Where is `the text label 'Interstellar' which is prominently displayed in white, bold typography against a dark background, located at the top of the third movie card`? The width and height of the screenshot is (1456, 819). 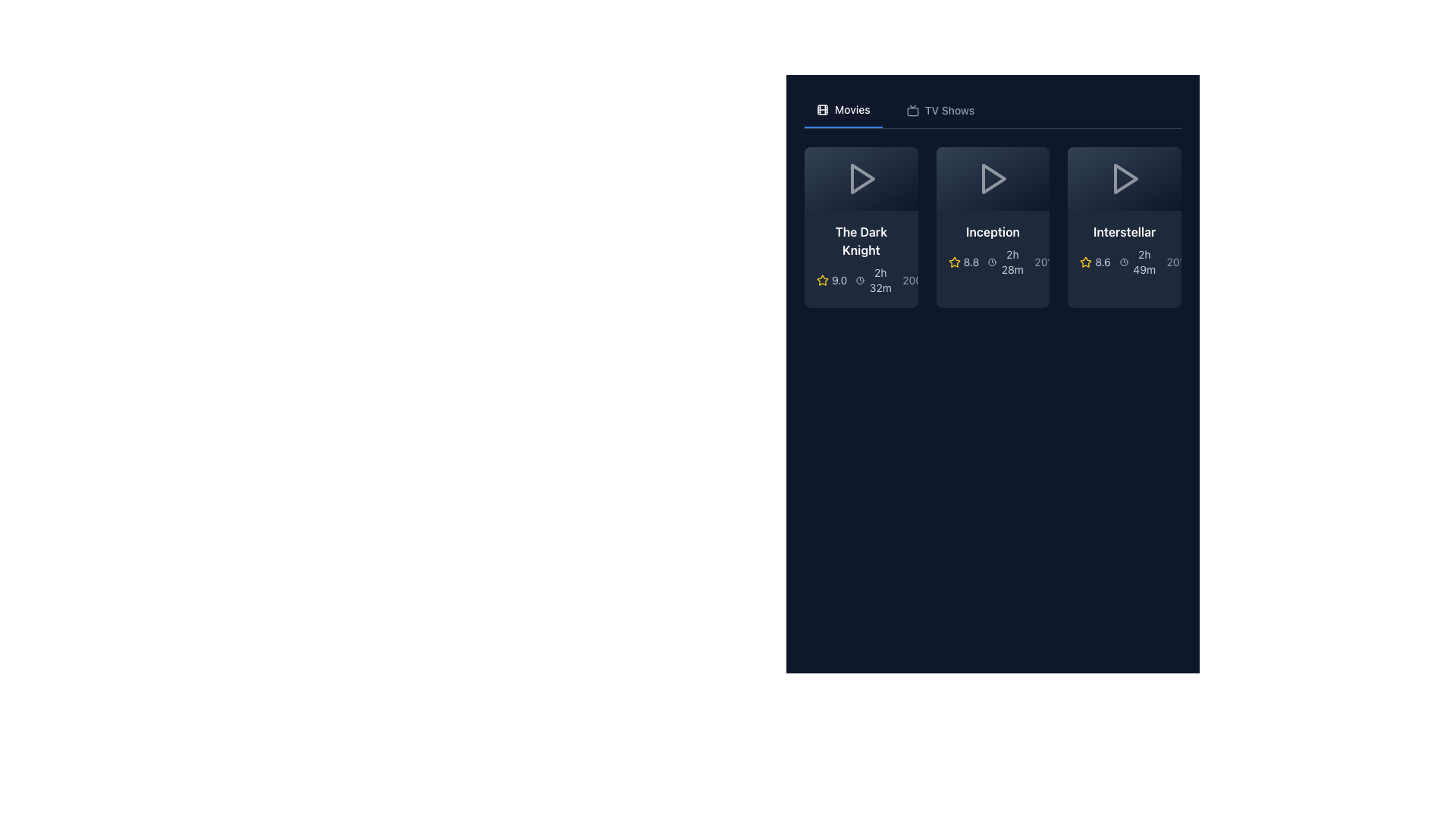 the text label 'Interstellar' which is prominently displayed in white, bold typography against a dark background, located at the top of the third movie card is located at coordinates (1125, 232).